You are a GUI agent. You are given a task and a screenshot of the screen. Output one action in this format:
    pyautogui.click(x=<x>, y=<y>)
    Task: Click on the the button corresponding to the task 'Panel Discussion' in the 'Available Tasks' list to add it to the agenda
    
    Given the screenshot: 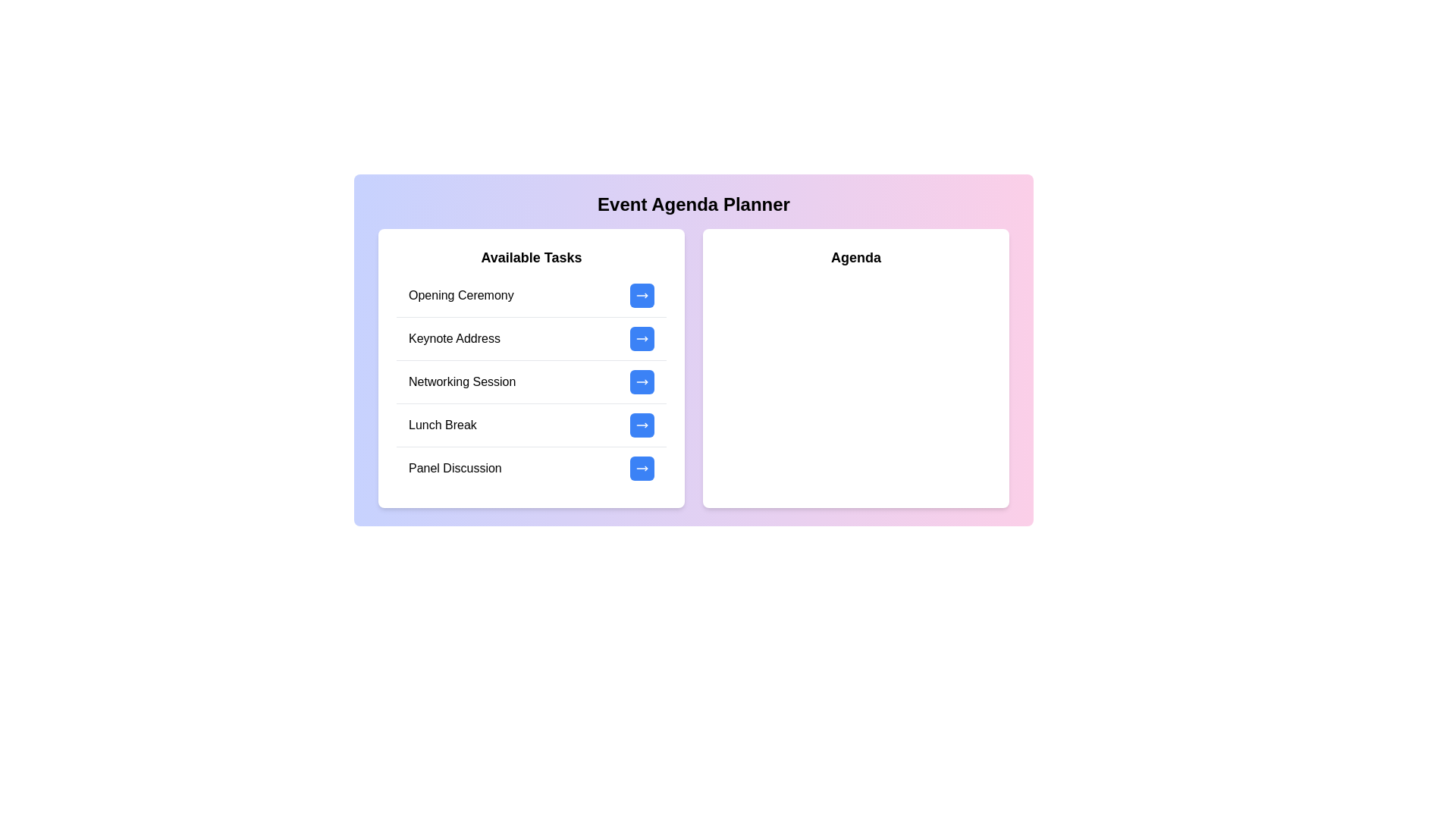 What is the action you would take?
    pyautogui.click(x=642, y=467)
    